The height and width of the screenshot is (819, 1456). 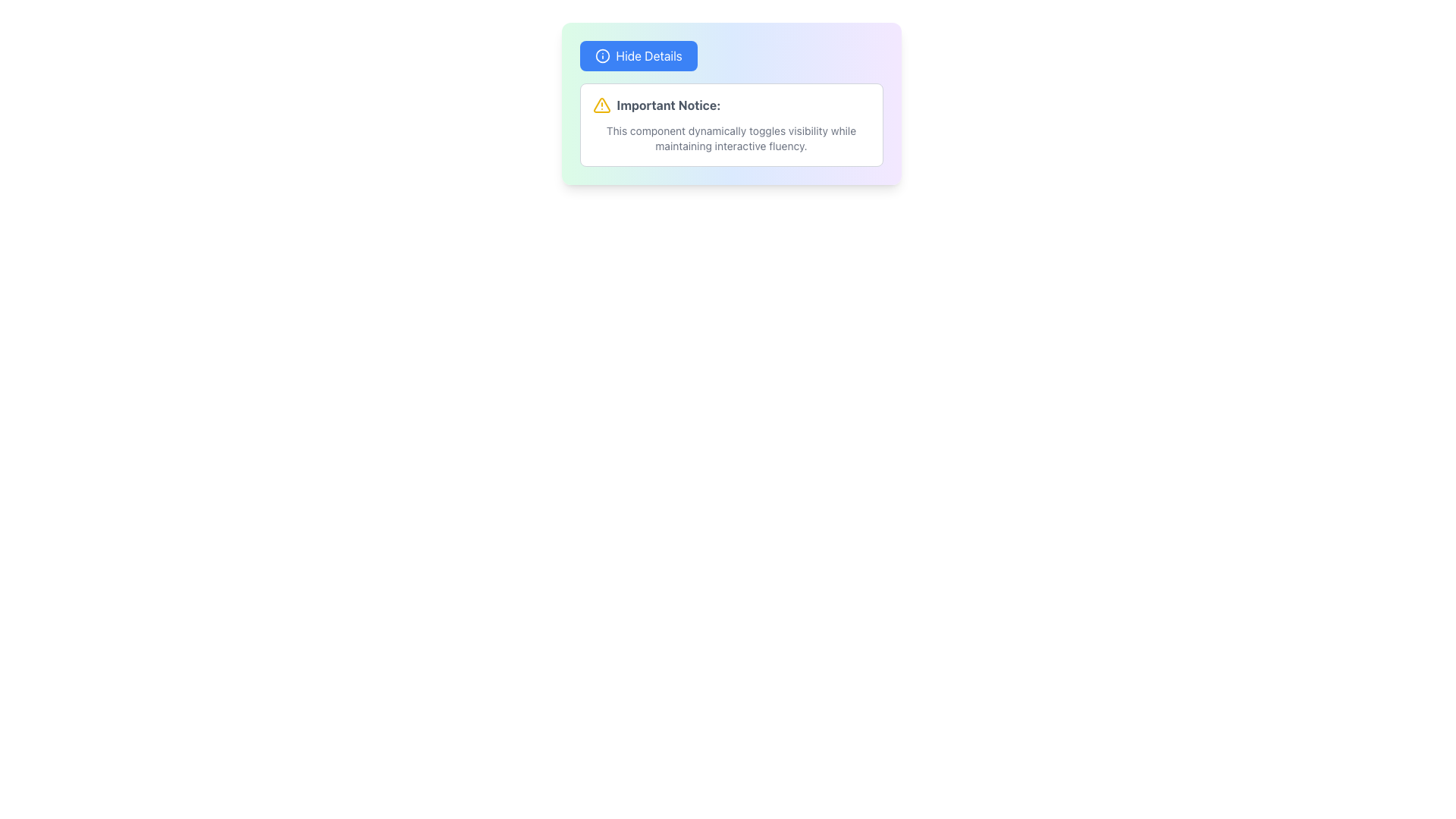 What do you see at coordinates (667, 104) in the screenshot?
I see `the header label that serves as an introductory notice, positioned to the right of a triangular warning icon` at bounding box center [667, 104].